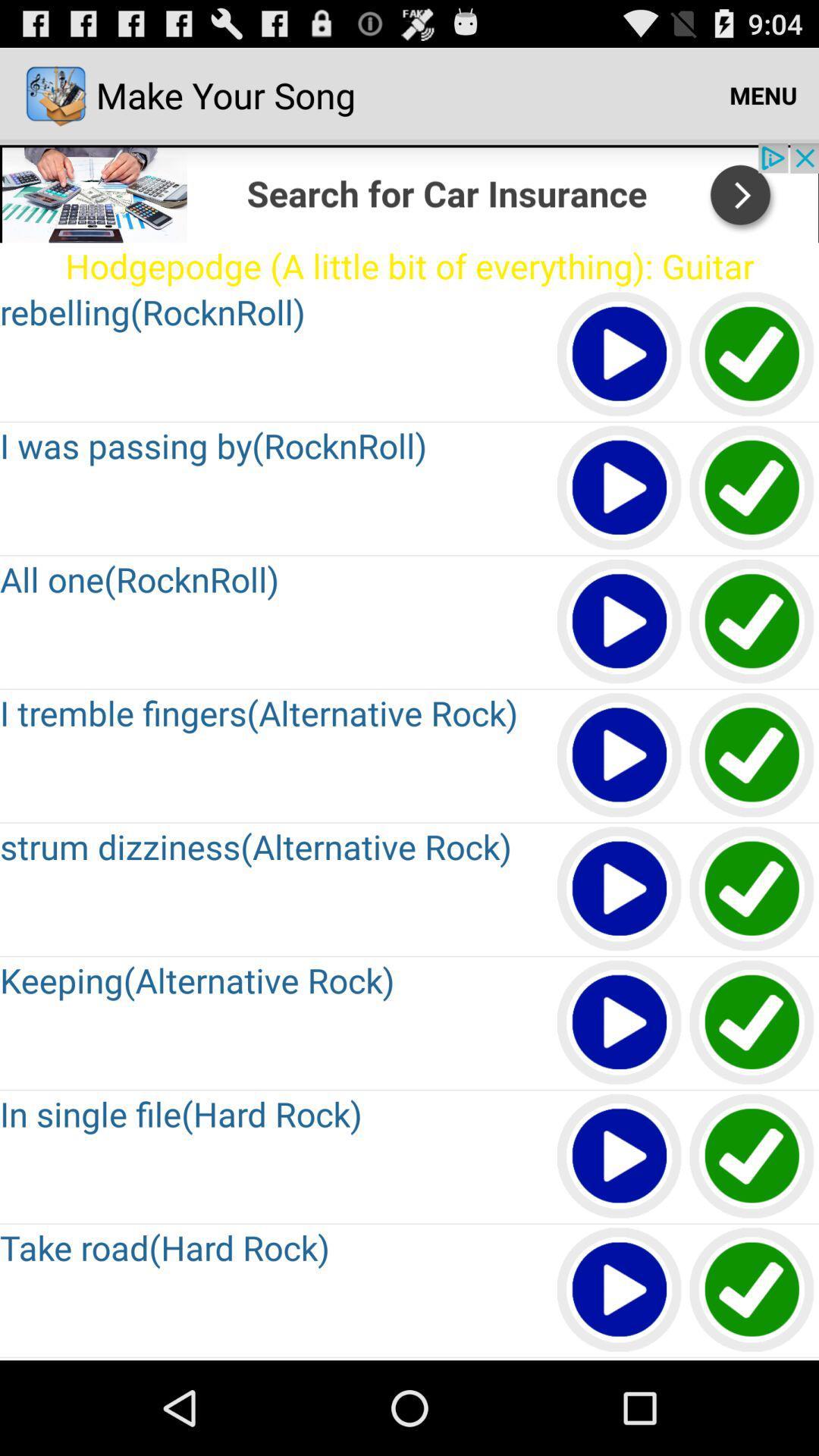  I want to click on button, so click(620, 488).